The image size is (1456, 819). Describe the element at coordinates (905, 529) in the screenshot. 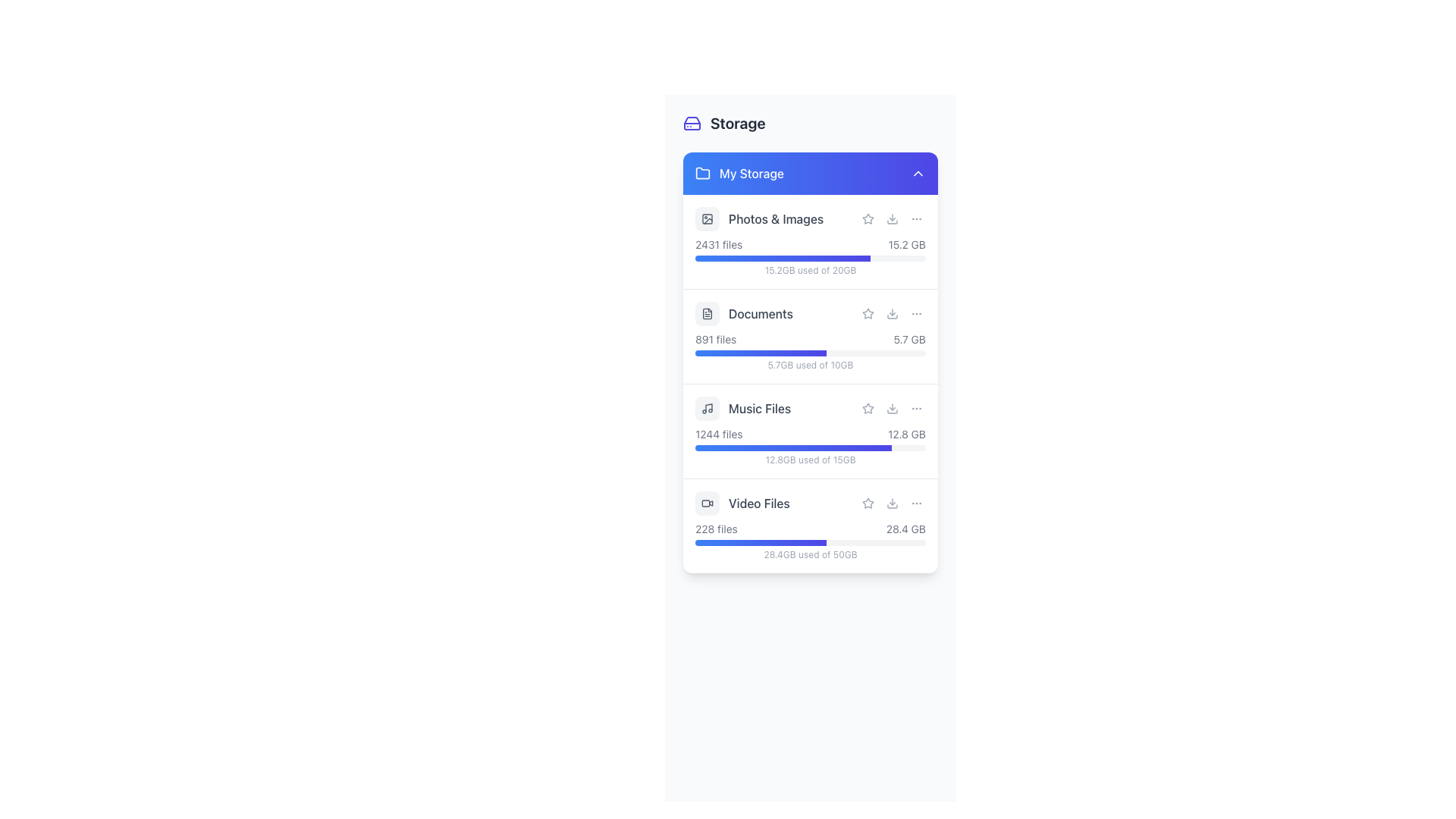

I see `the Text Label displaying '28.4 GB' in the 'Video Files' section of the storage summary interface, located on the rightmost side of its row` at that location.